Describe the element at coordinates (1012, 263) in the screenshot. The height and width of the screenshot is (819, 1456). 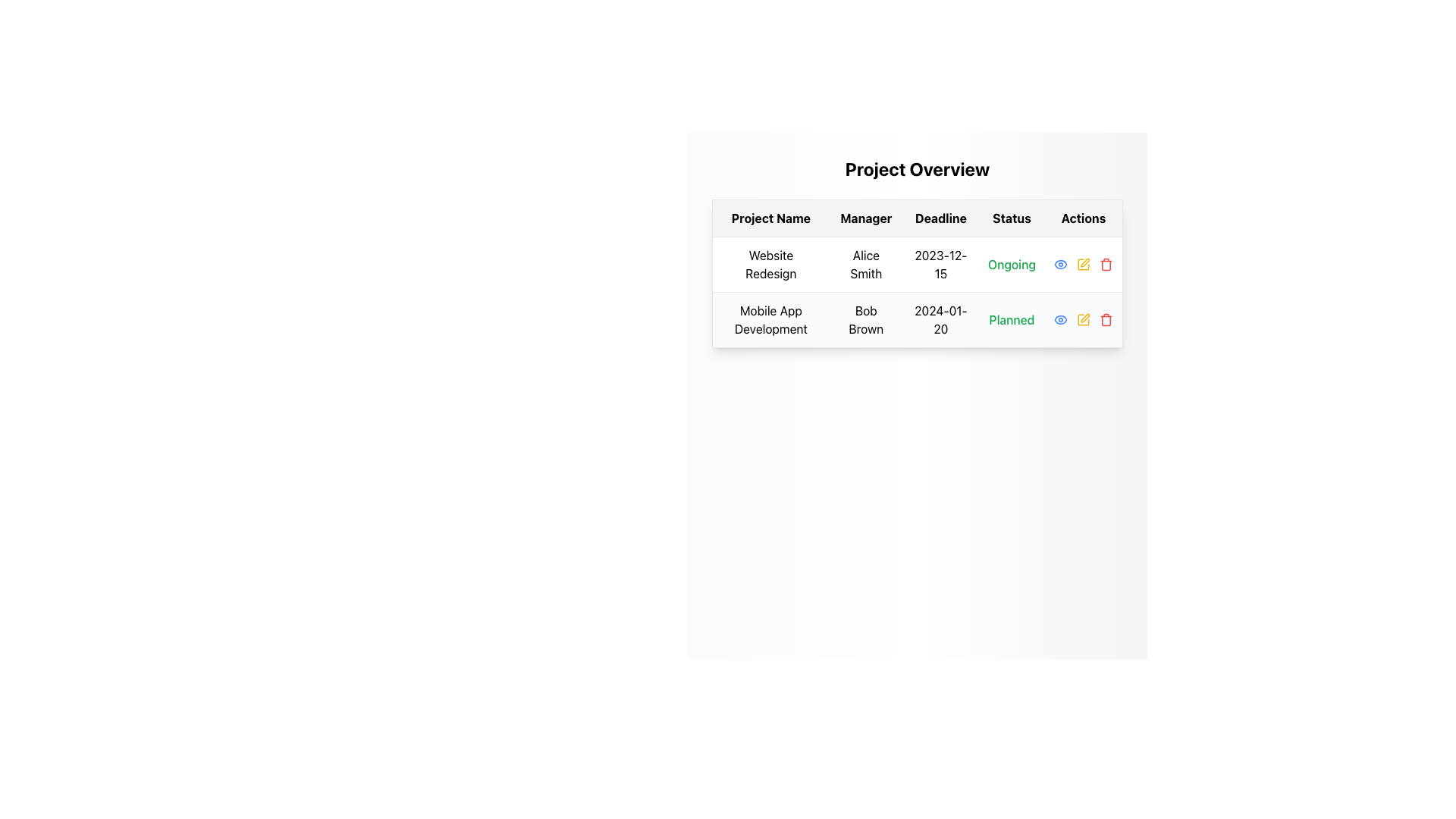
I see `the text label displaying 'Ongoing' in green color located in the 'Status' column of the project 'Website Redesign' row` at that location.